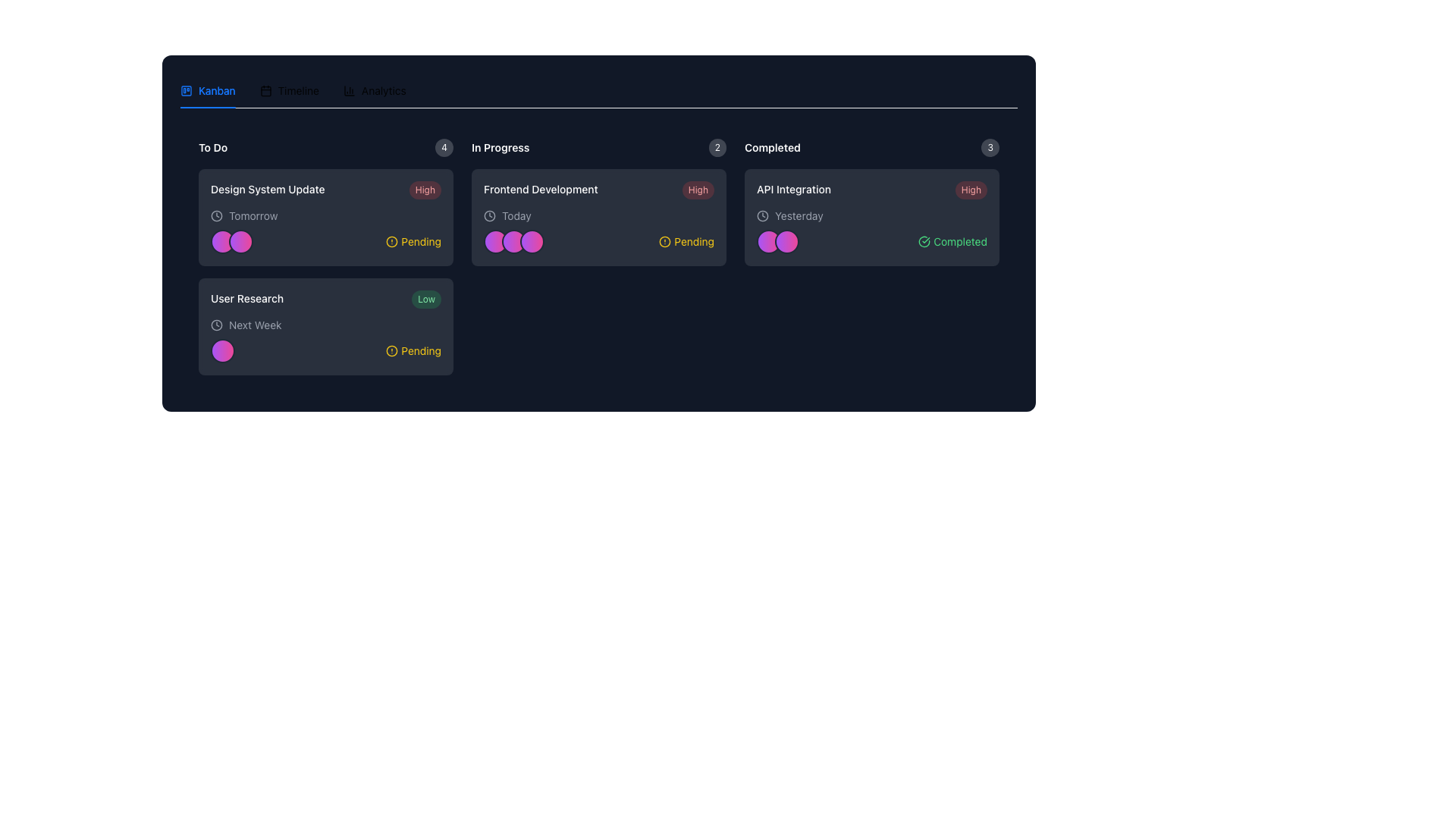 The width and height of the screenshot is (1456, 819). I want to click on the timestamp label for the 'User Research' task located in the 'To Do' column of the Kanban interface, which indicates its scheduled date for next week, so click(255, 324).